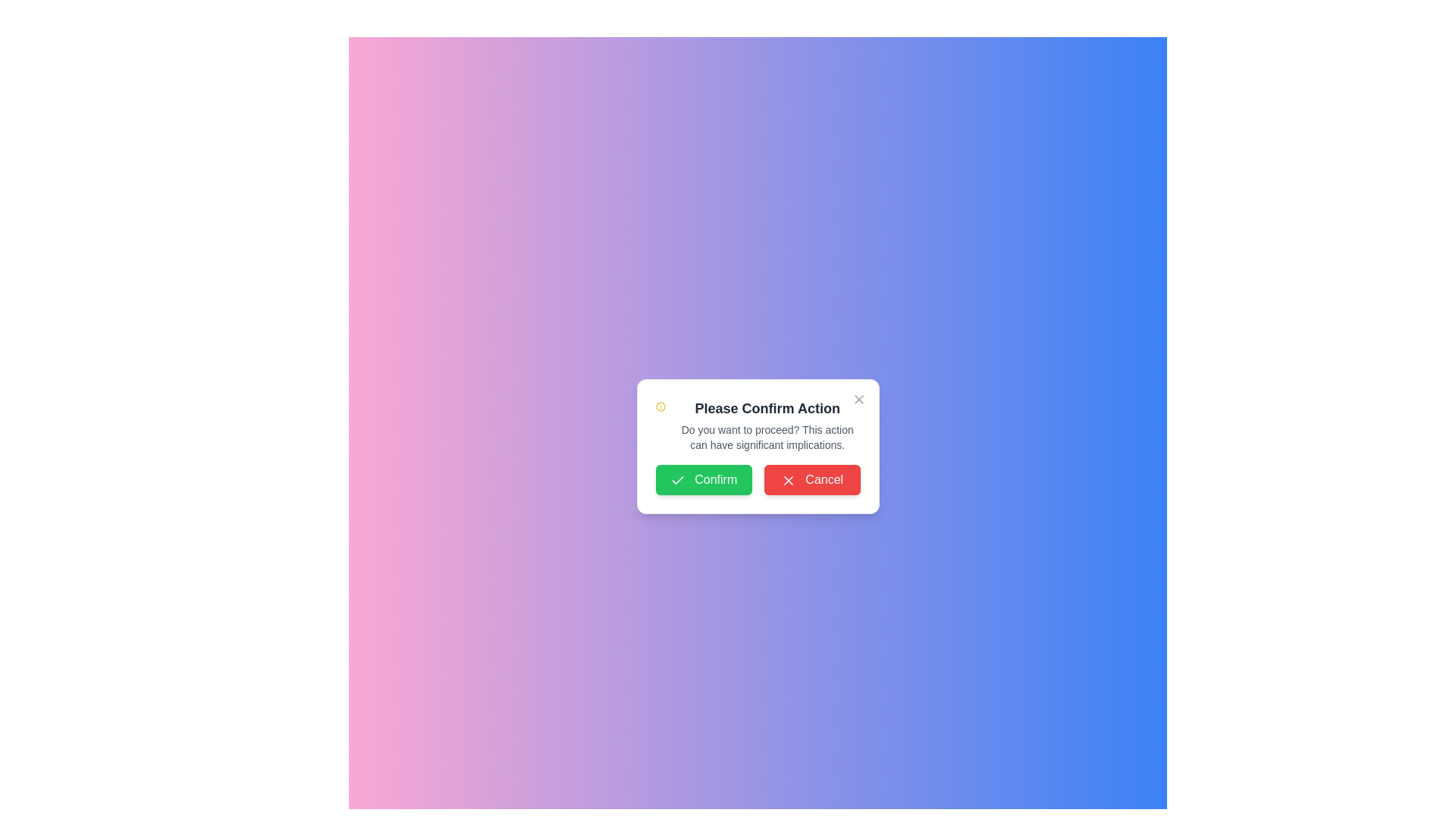 This screenshot has height=819, width=1456. What do you see at coordinates (858, 401) in the screenshot?
I see `the close button represented by a small 'X' icon at the top-right corner of the 'Please Confirm Action' dialog to change its color` at bounding box center [858, 401].